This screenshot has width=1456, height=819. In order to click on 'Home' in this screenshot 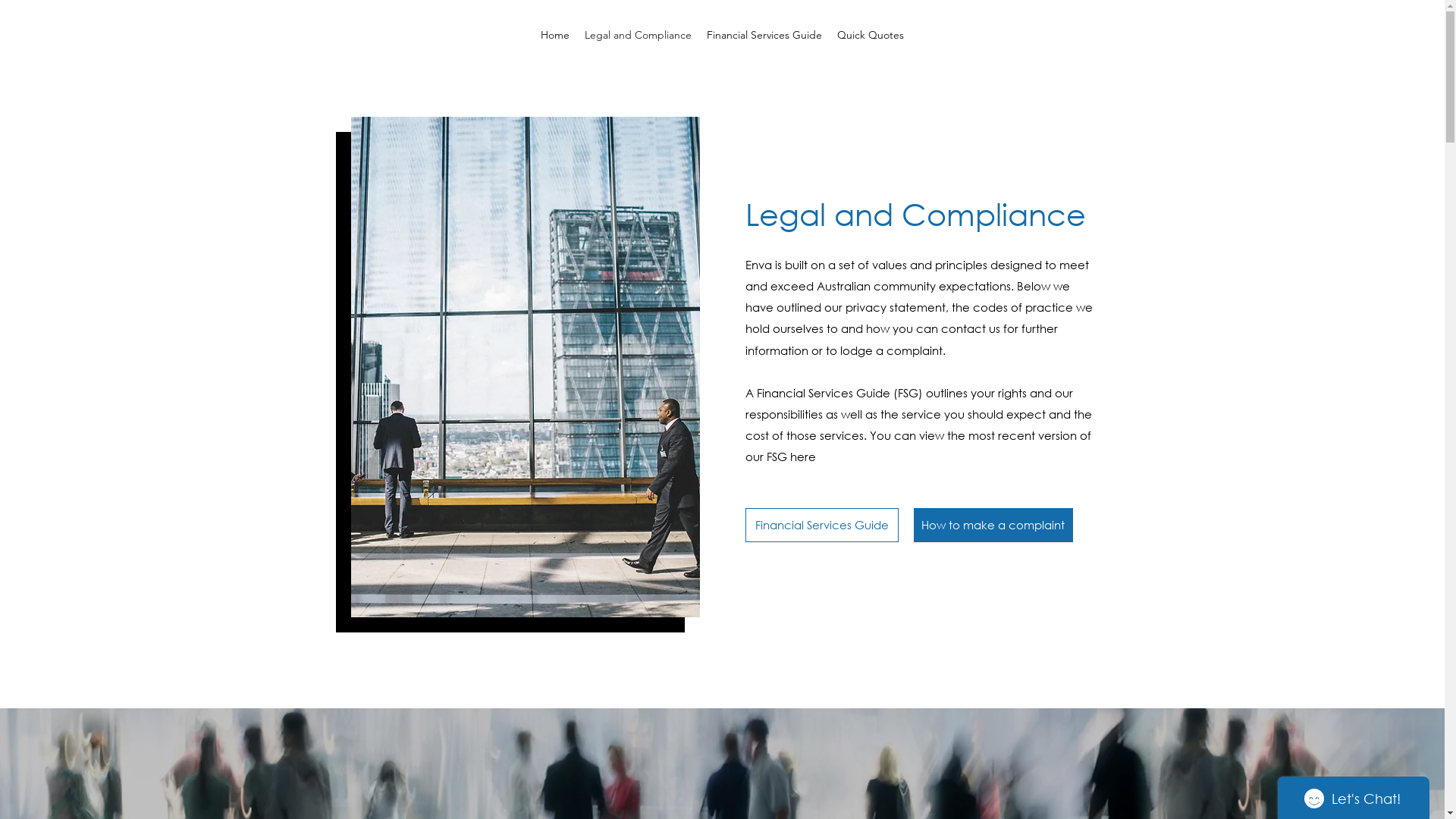, I will do `click(532, 34)`.